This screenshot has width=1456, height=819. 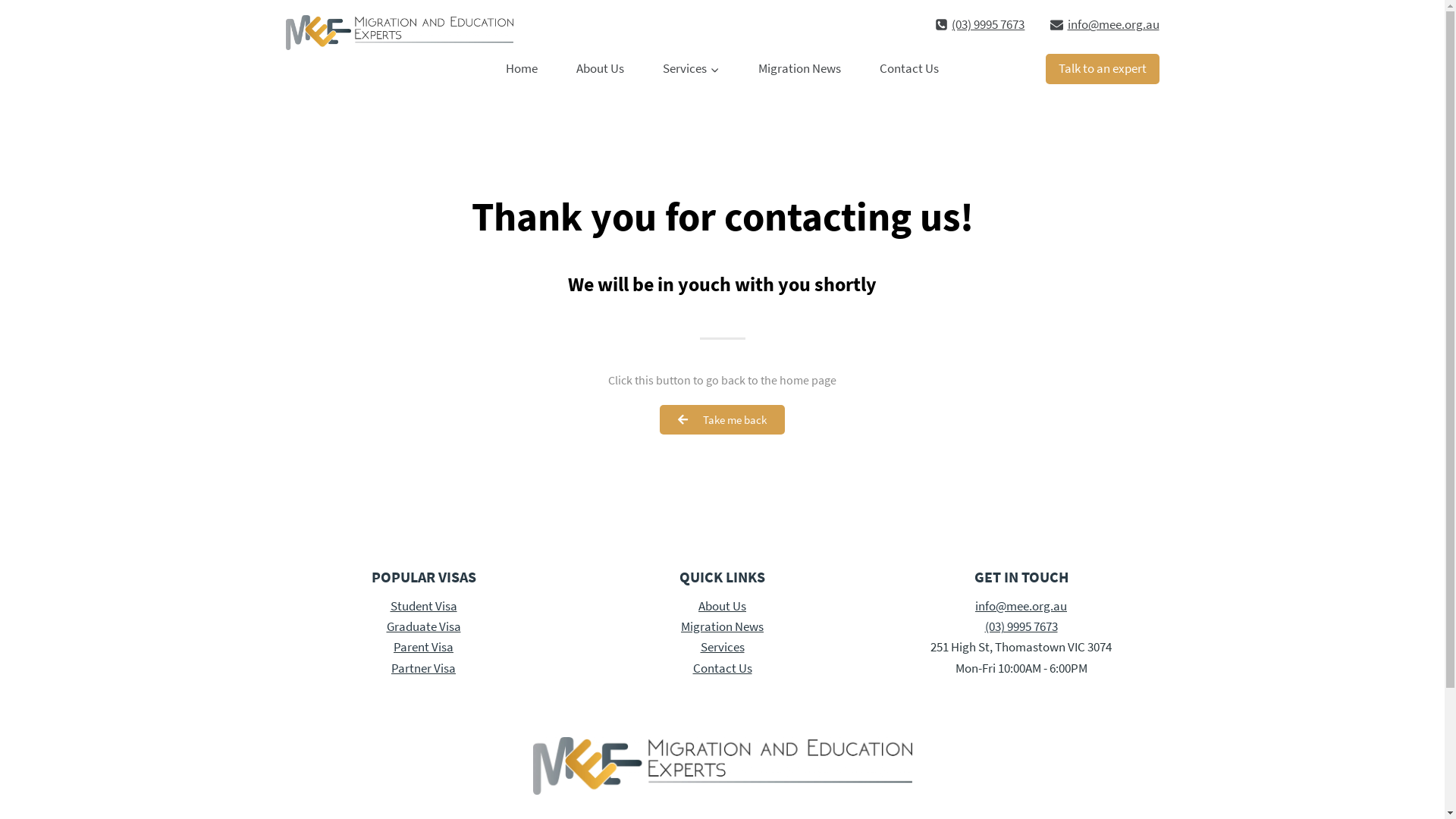 I want to click on 'About Us', so click(x=721, y=604).